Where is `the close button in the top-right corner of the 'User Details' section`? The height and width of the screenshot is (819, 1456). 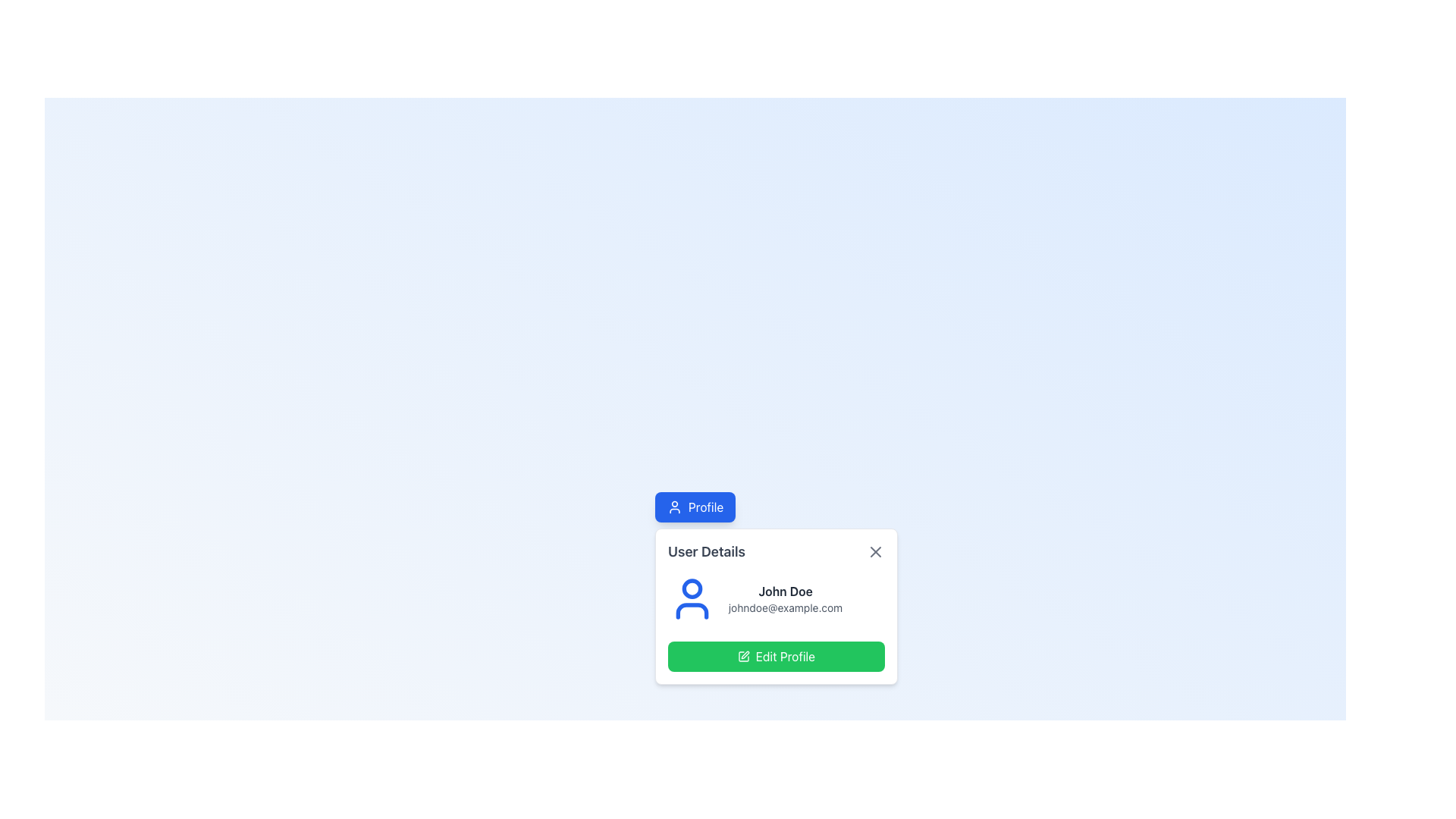
the close button in the top-right corner of the 'User Details' section is located at coordinates (875, 552).